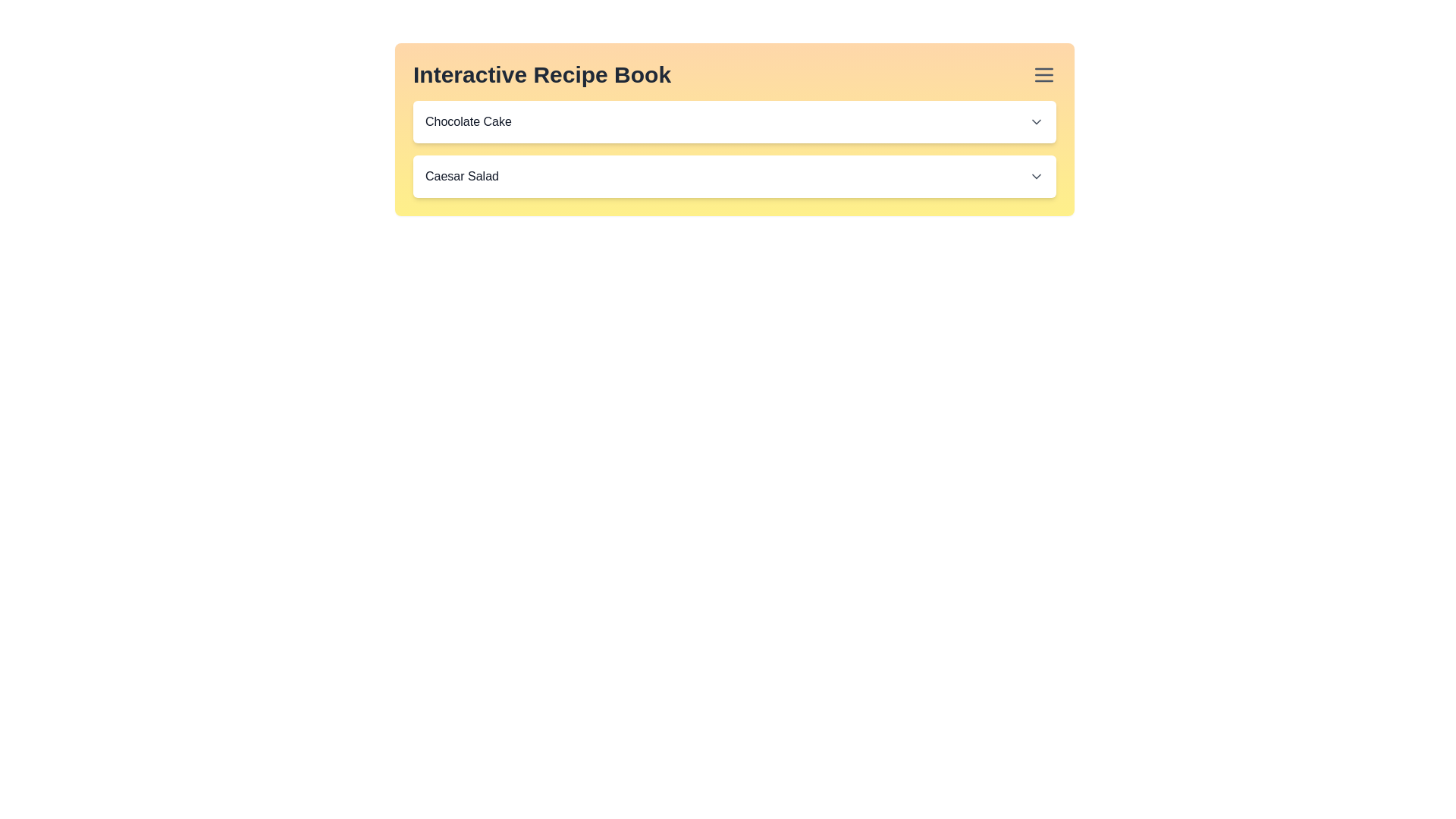  I want to click on the dropdown indicator icon for the 'Caesar Salad' item, so click(1036, 175).